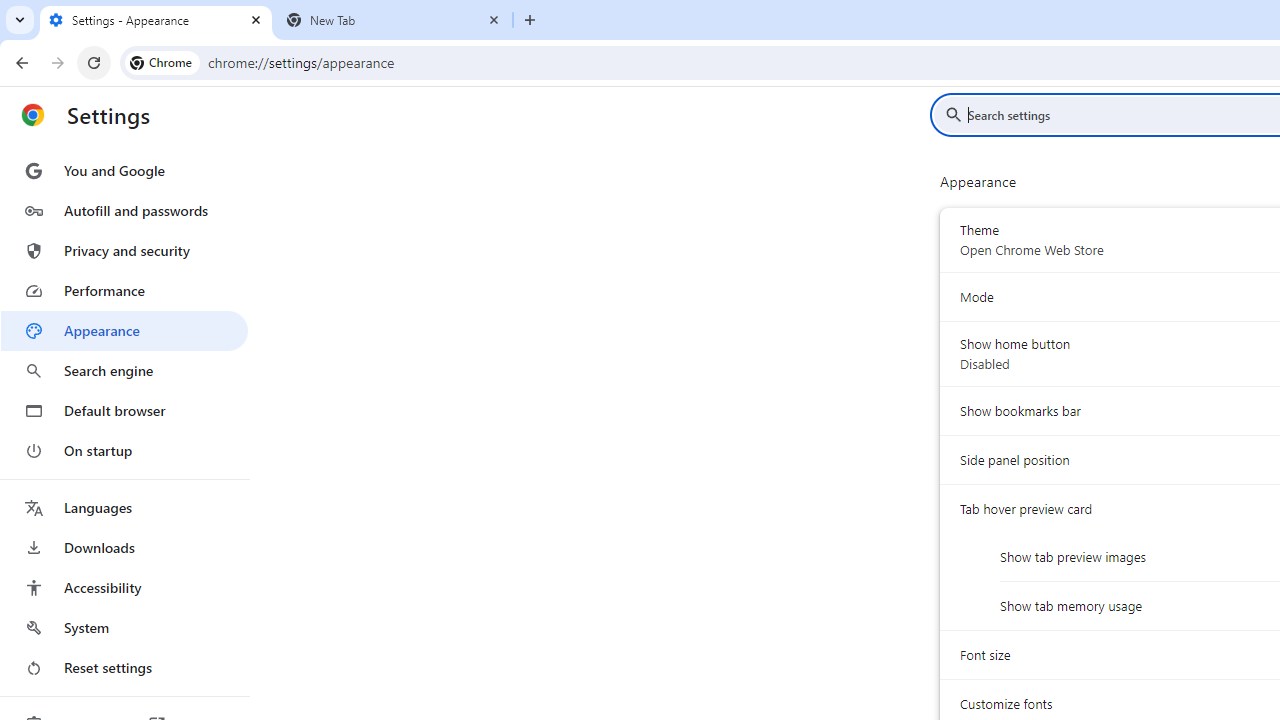 The image size is (1280, 720). Describe the element at coordinates (19, 61) in the screenshot. I see `'Back'` at that location.